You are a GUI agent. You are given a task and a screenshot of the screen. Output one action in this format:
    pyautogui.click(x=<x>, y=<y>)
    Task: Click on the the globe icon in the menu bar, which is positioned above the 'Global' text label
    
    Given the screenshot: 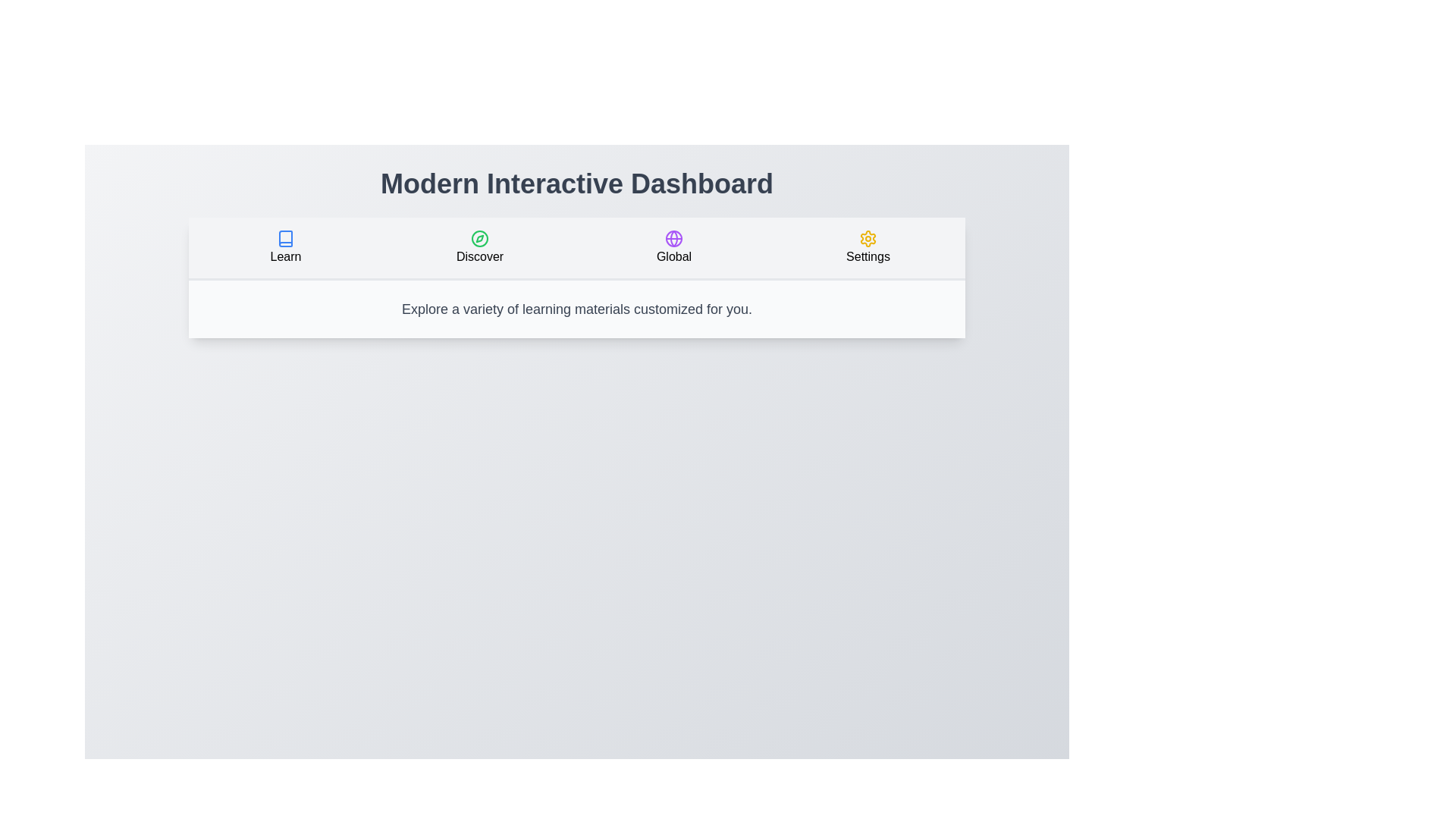 What is the action you would take?
    pyautogui.click(x=673, y=239)
    